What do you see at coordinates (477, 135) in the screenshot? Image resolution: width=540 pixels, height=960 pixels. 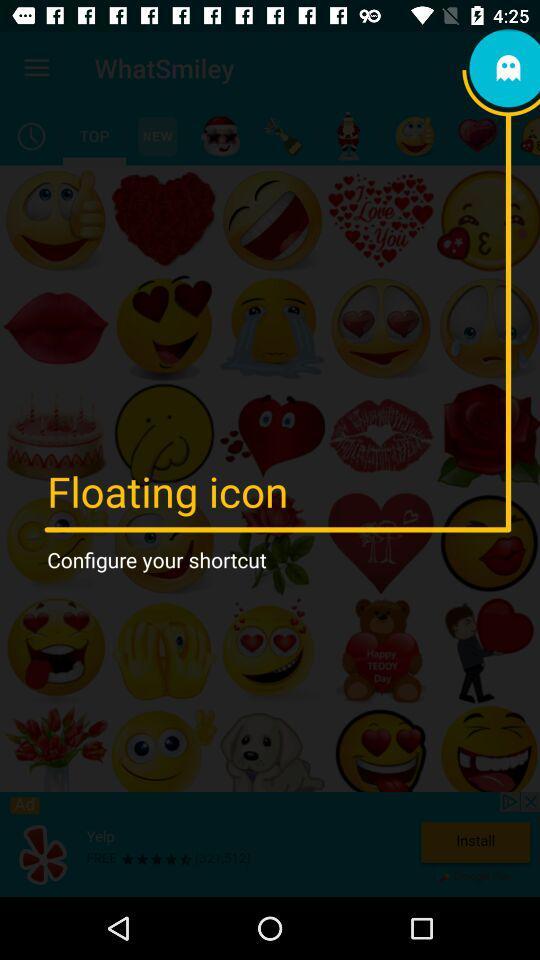 I see `heart emoji` at bounding box center [477, 135].